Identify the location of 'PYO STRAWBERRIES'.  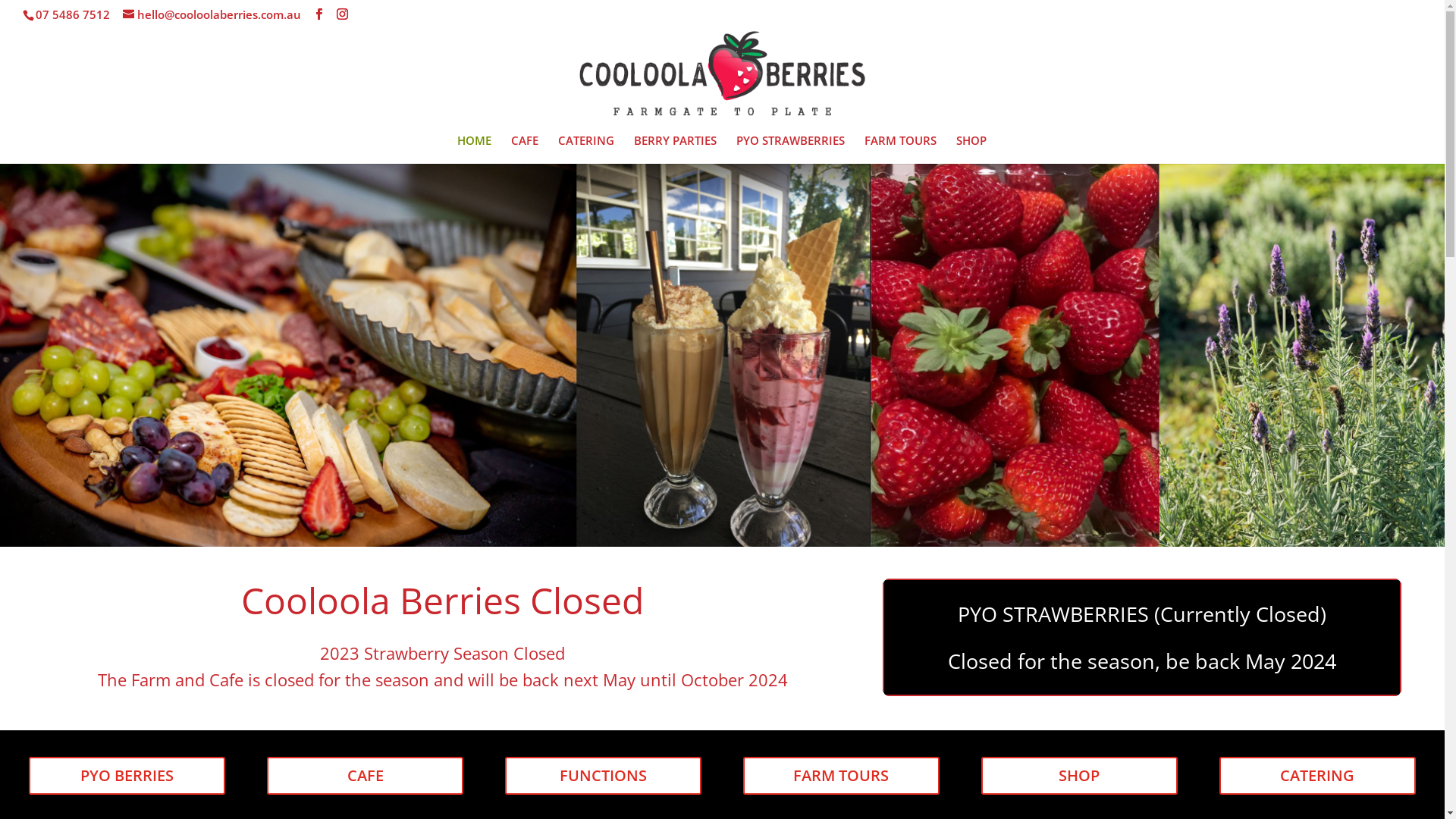
(789, 149).